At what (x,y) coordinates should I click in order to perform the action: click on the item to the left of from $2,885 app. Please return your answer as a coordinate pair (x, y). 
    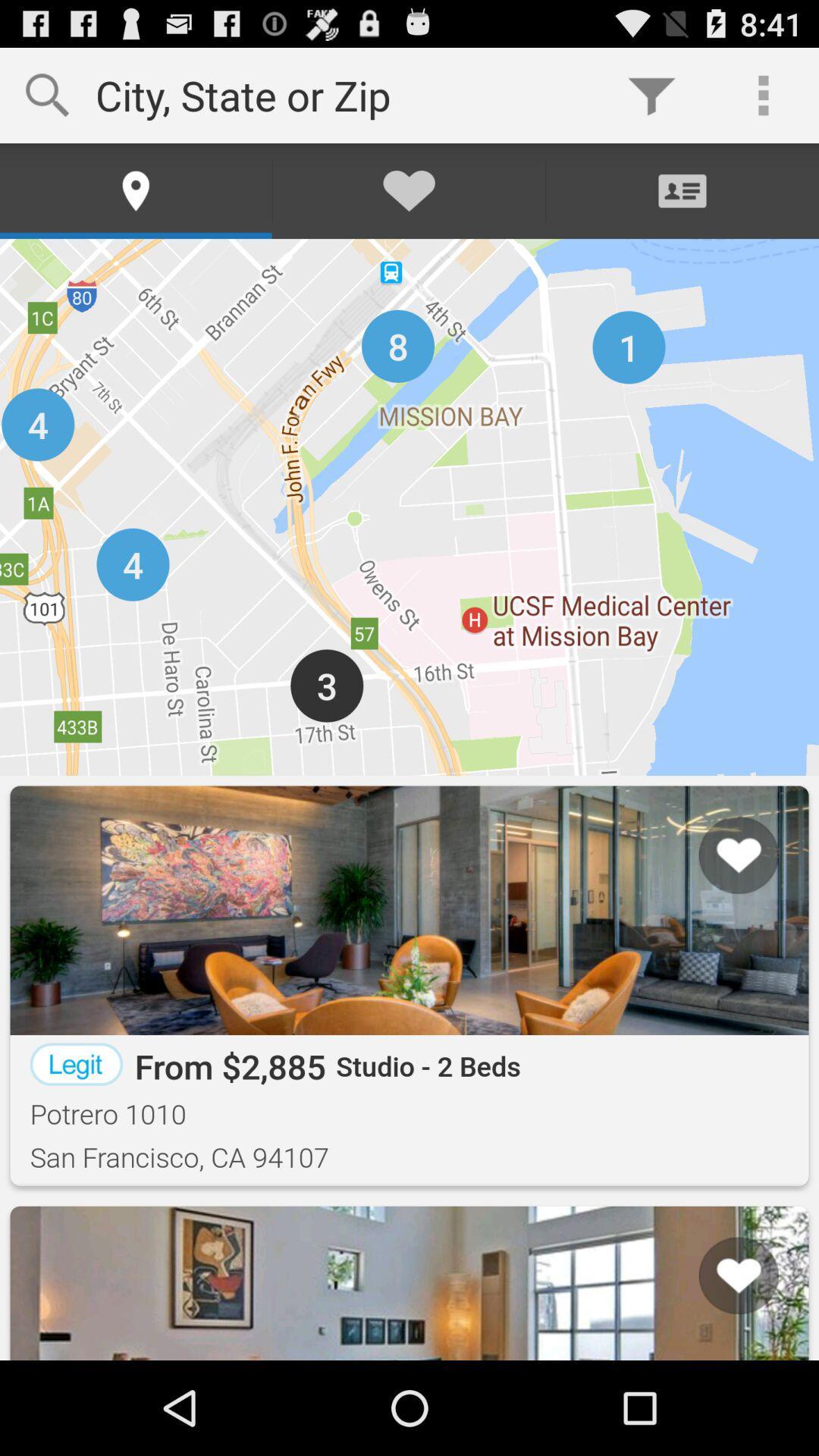
    Looking at the image, I should click on (76, 1063).